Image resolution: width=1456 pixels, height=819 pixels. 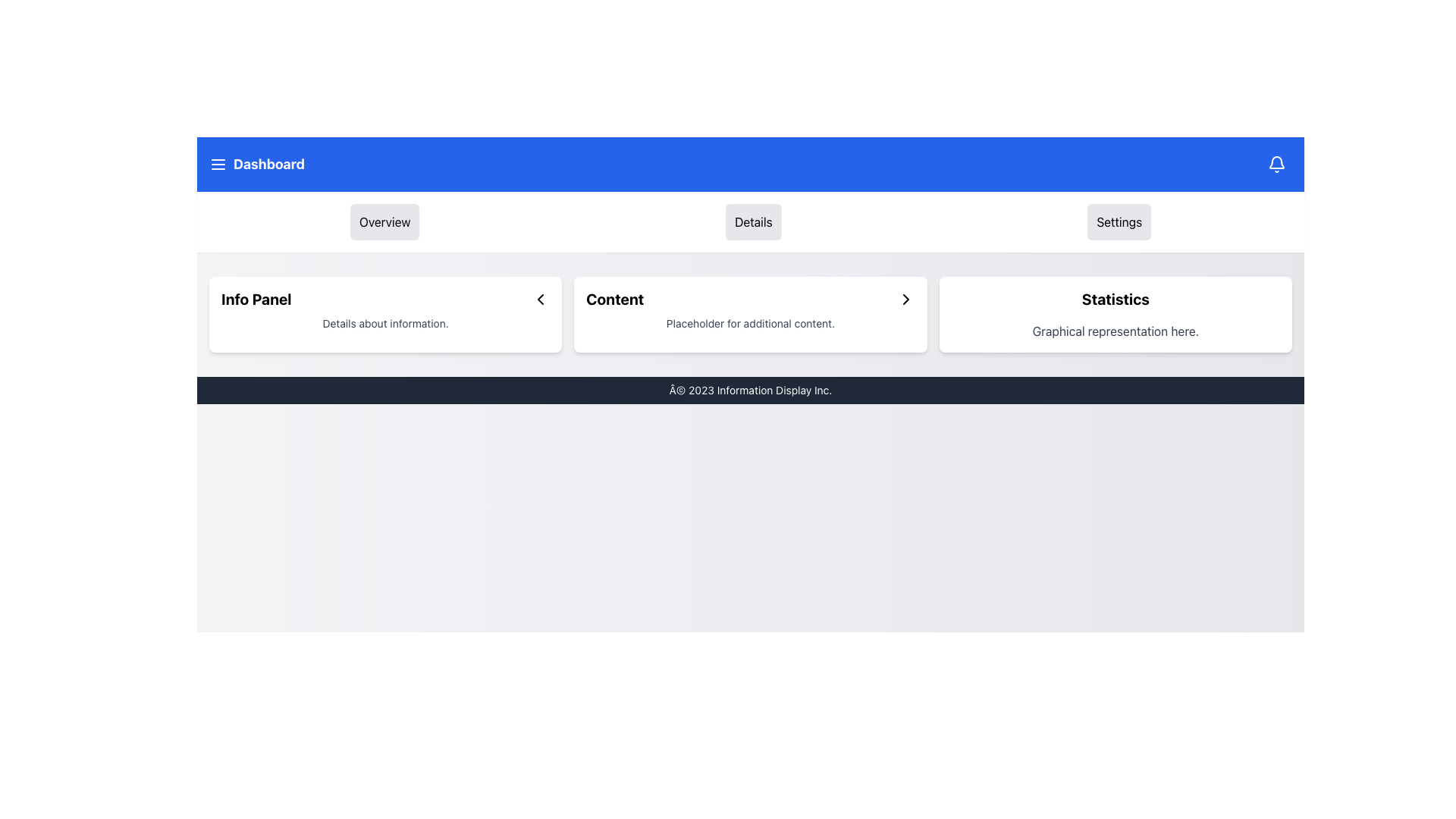 I want to click on the 'Details' button, which is the second button in a set of three buttons, to change its background color, so click(x=753, y=222).